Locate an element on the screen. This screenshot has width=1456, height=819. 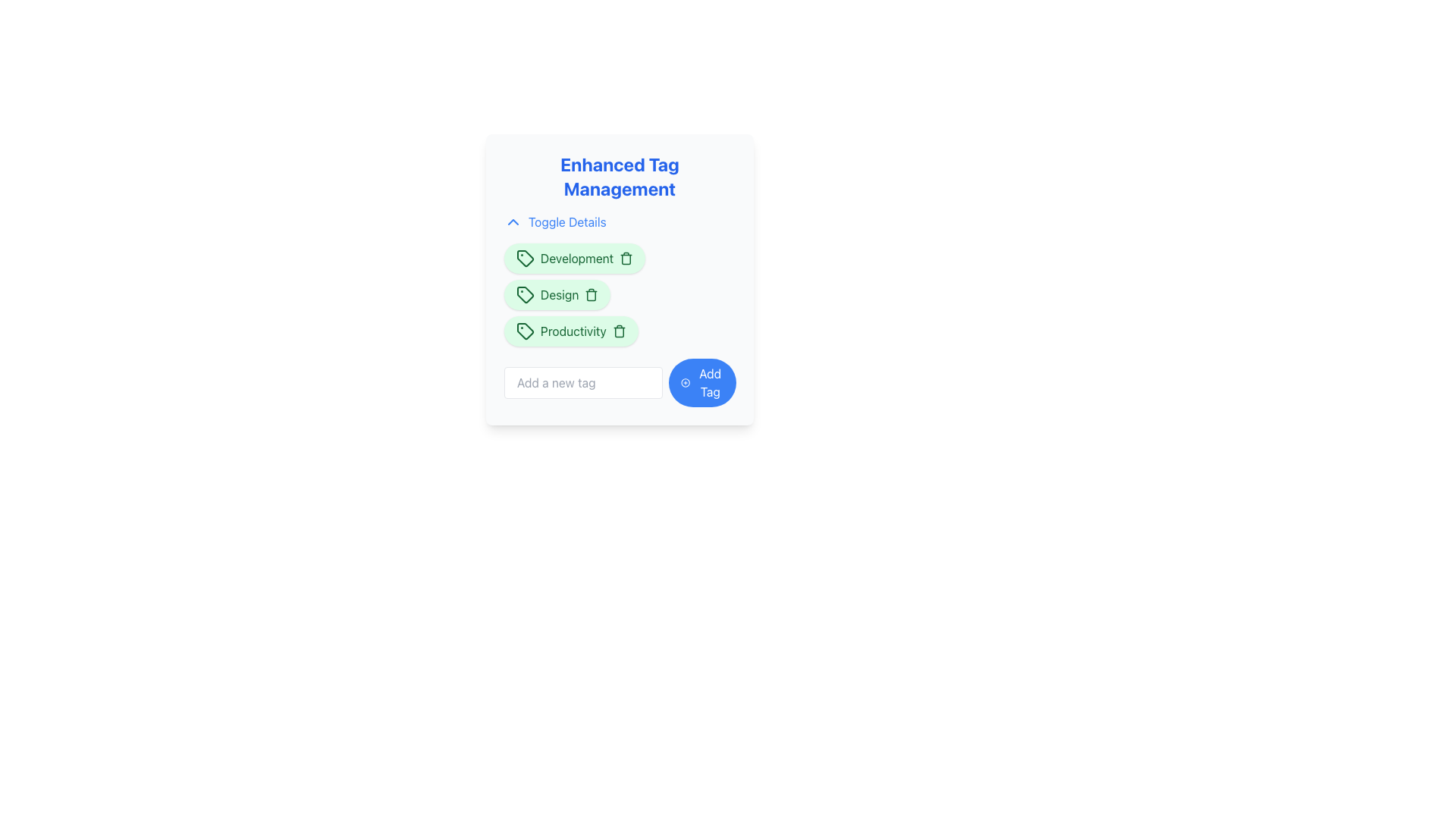
the 'Productivity' tag, which has a green background with rounded corners and is the third item in a vertical stack of tags, located below the 'Design' tag is located at coordinates (570, 330).